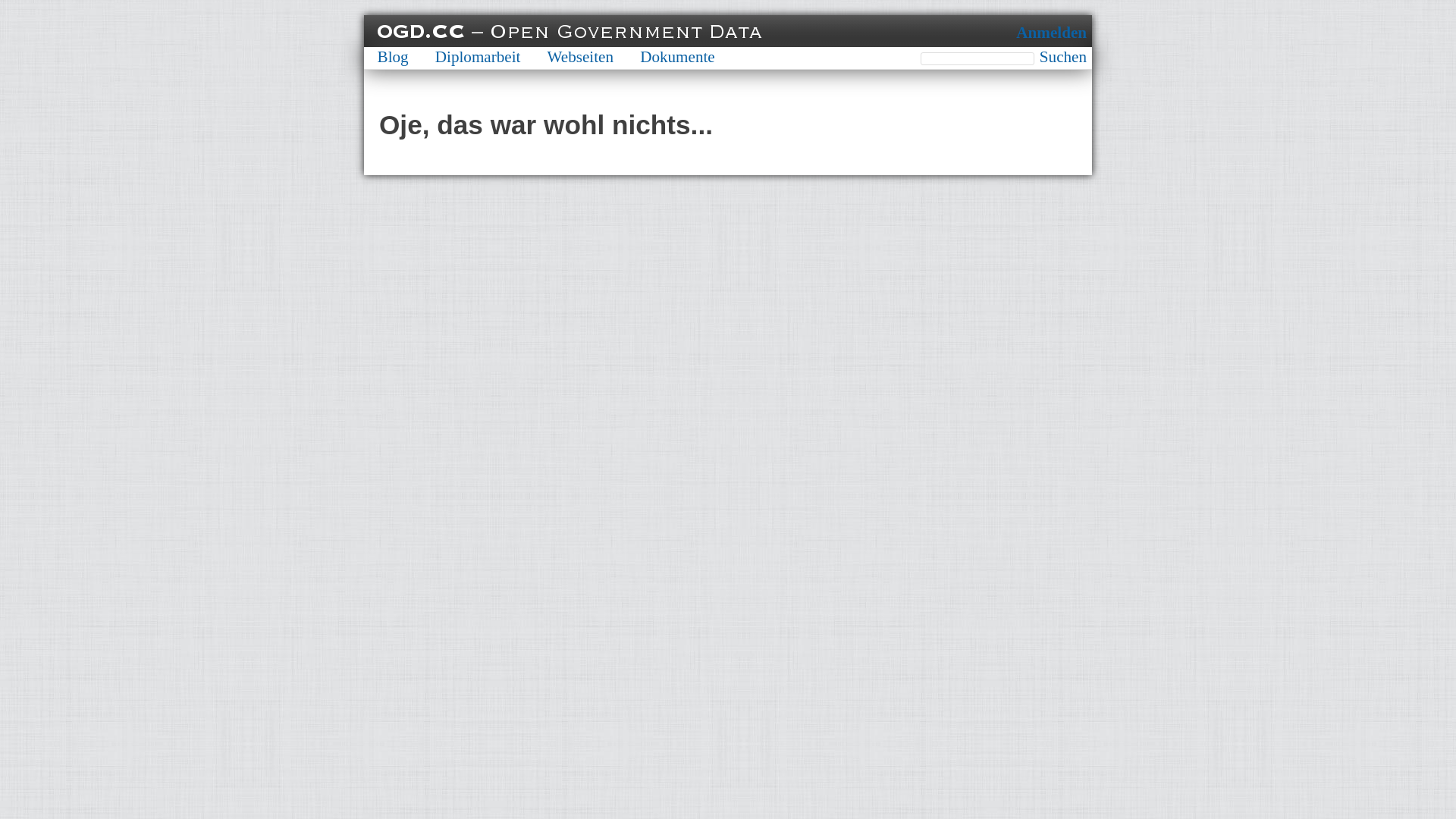 The width and height of the screenshot is (1456, 819). What do you see at coordinates (579, 55) in the screenshot?
I see `'Webseiten'` at bounding box center [579, 55].